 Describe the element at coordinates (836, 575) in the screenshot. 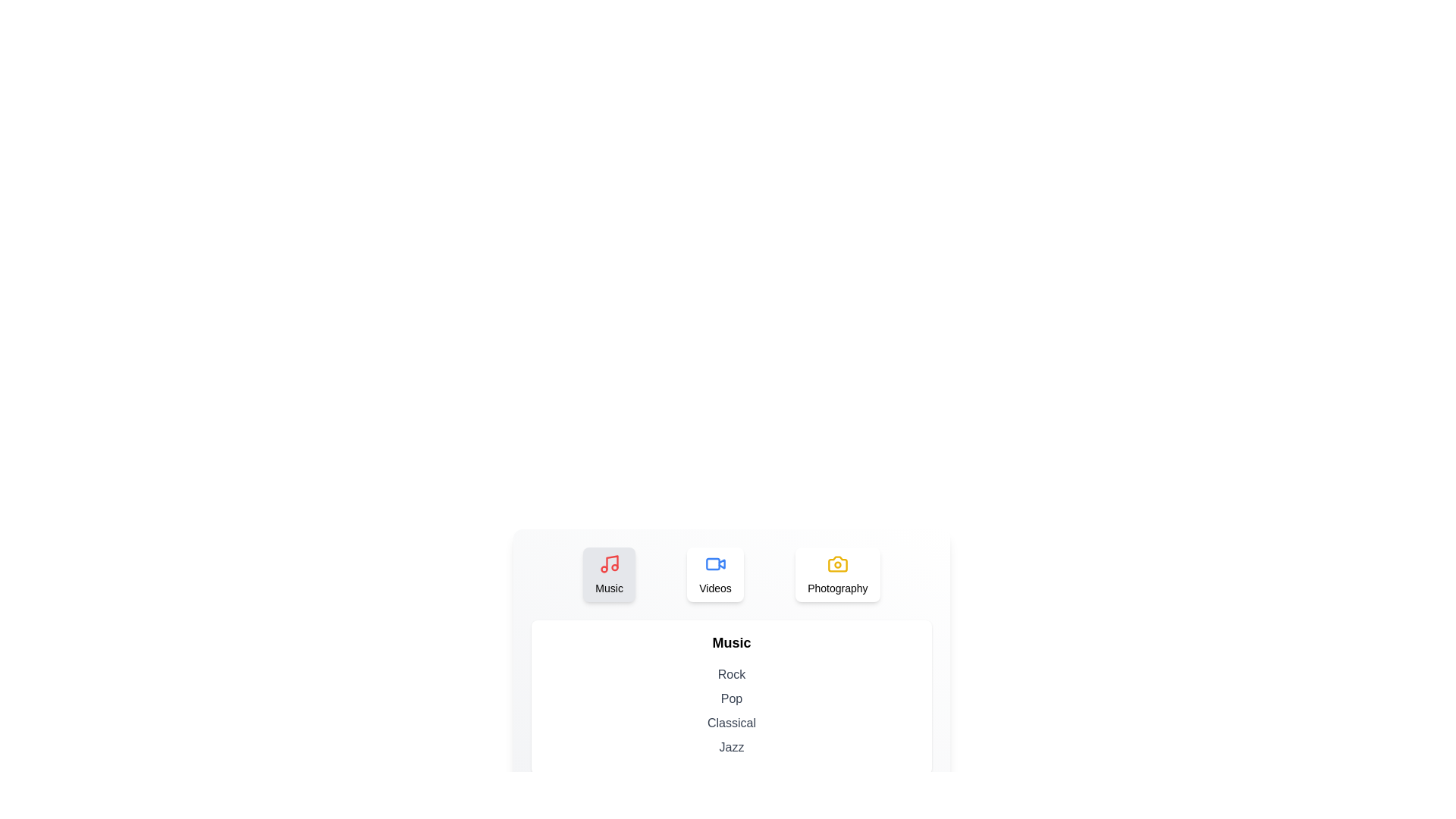

I see `the Photography tab to switch to the corresponding category` at that location.